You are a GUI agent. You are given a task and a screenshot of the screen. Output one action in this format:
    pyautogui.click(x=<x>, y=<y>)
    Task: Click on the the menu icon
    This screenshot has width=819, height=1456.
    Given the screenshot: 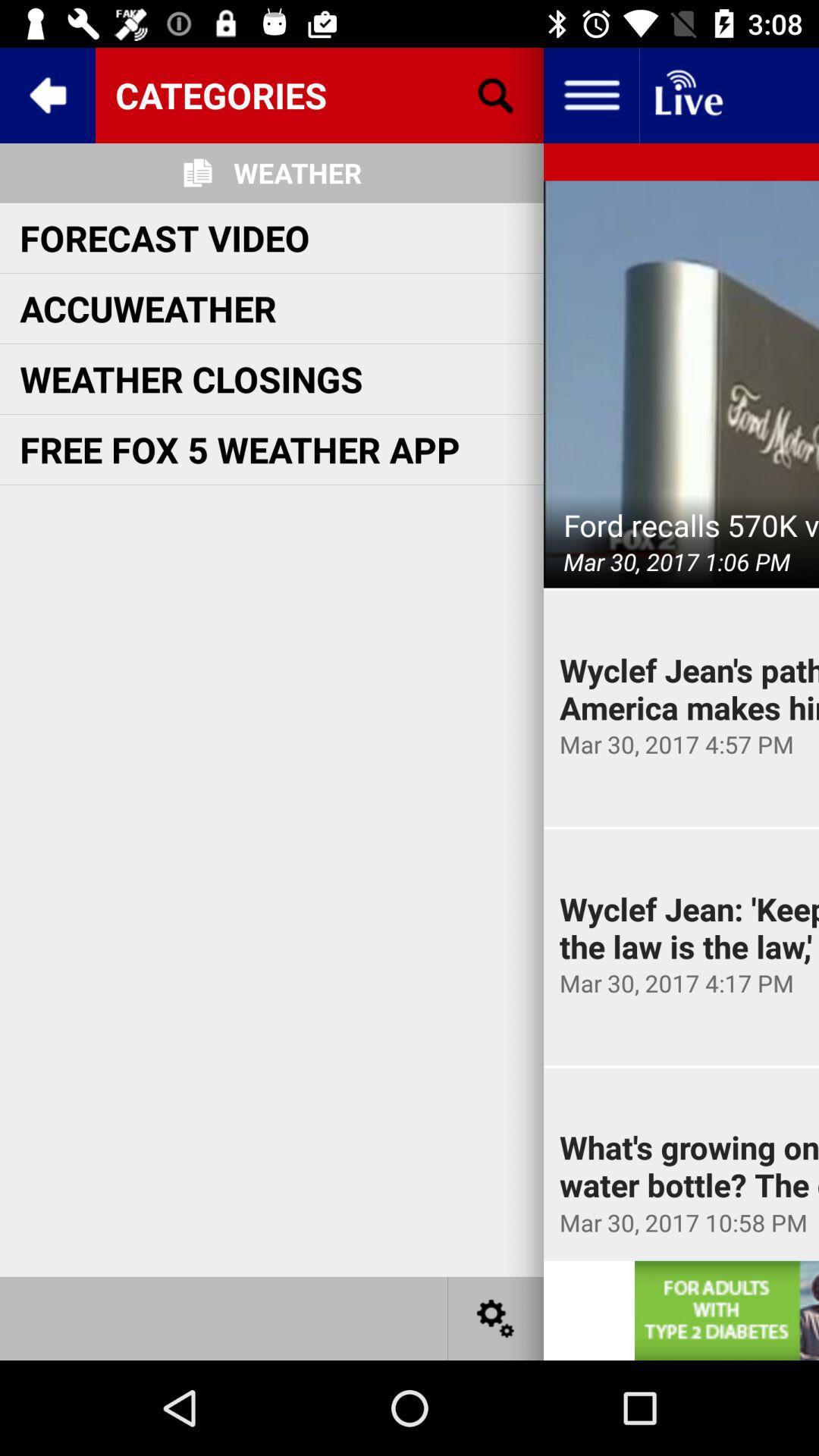 What is the action you would take?
    pyautogui.click(x=590, y=94)
    